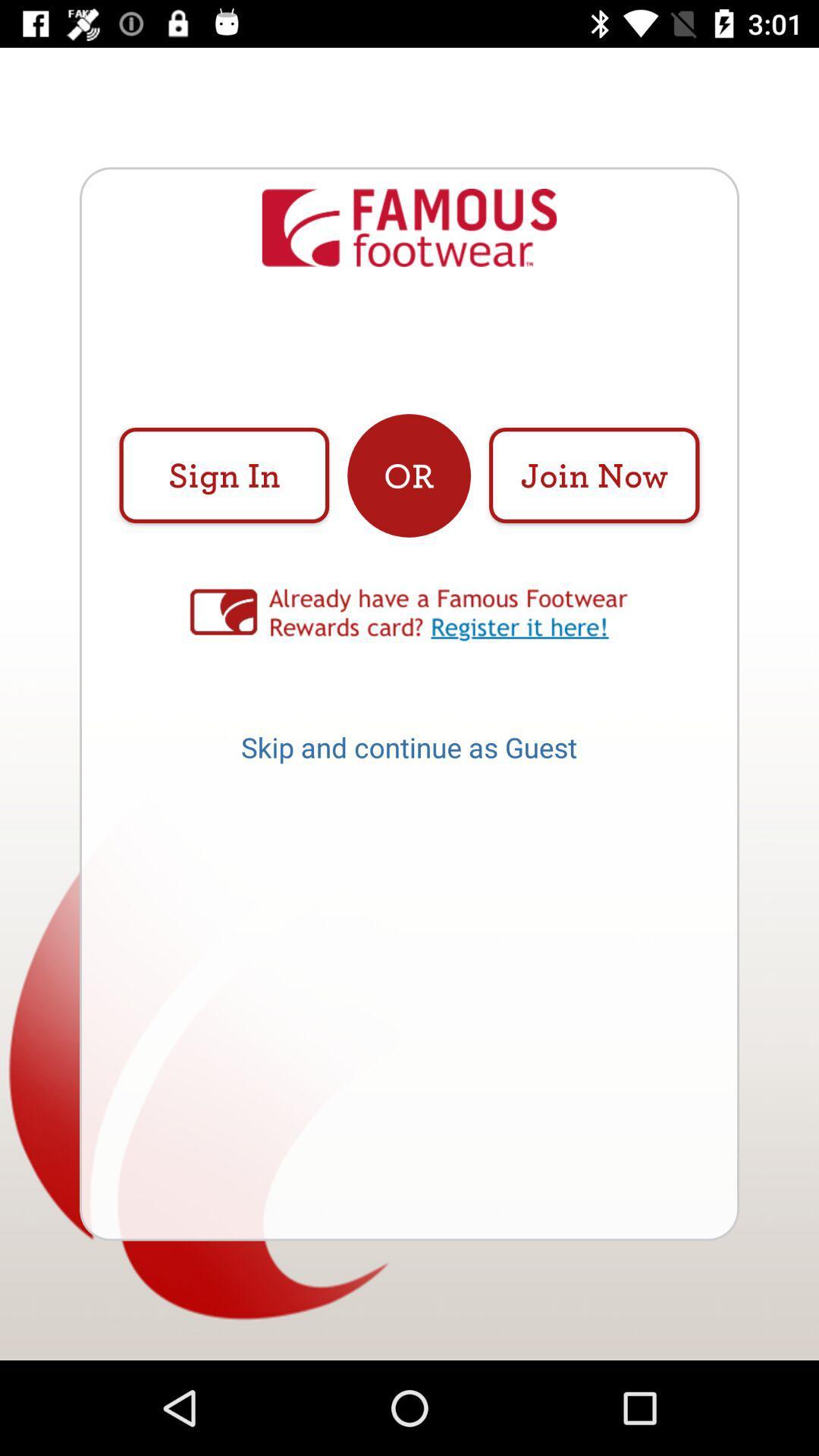  I want to click on the icon at the top left corner, so click(224, 475).